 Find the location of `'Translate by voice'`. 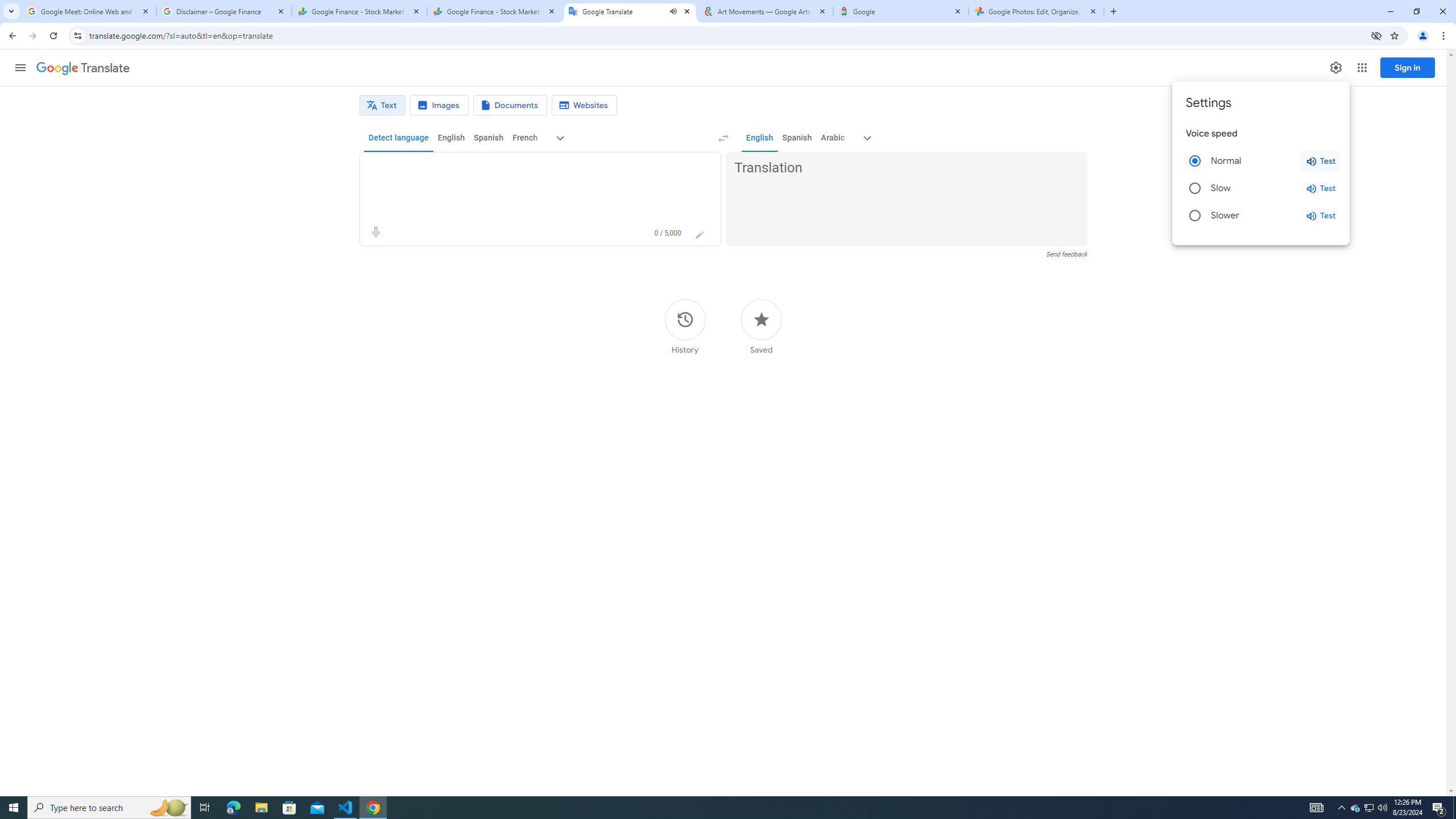

'Translate by voice' is located at coordinates (375, 231).